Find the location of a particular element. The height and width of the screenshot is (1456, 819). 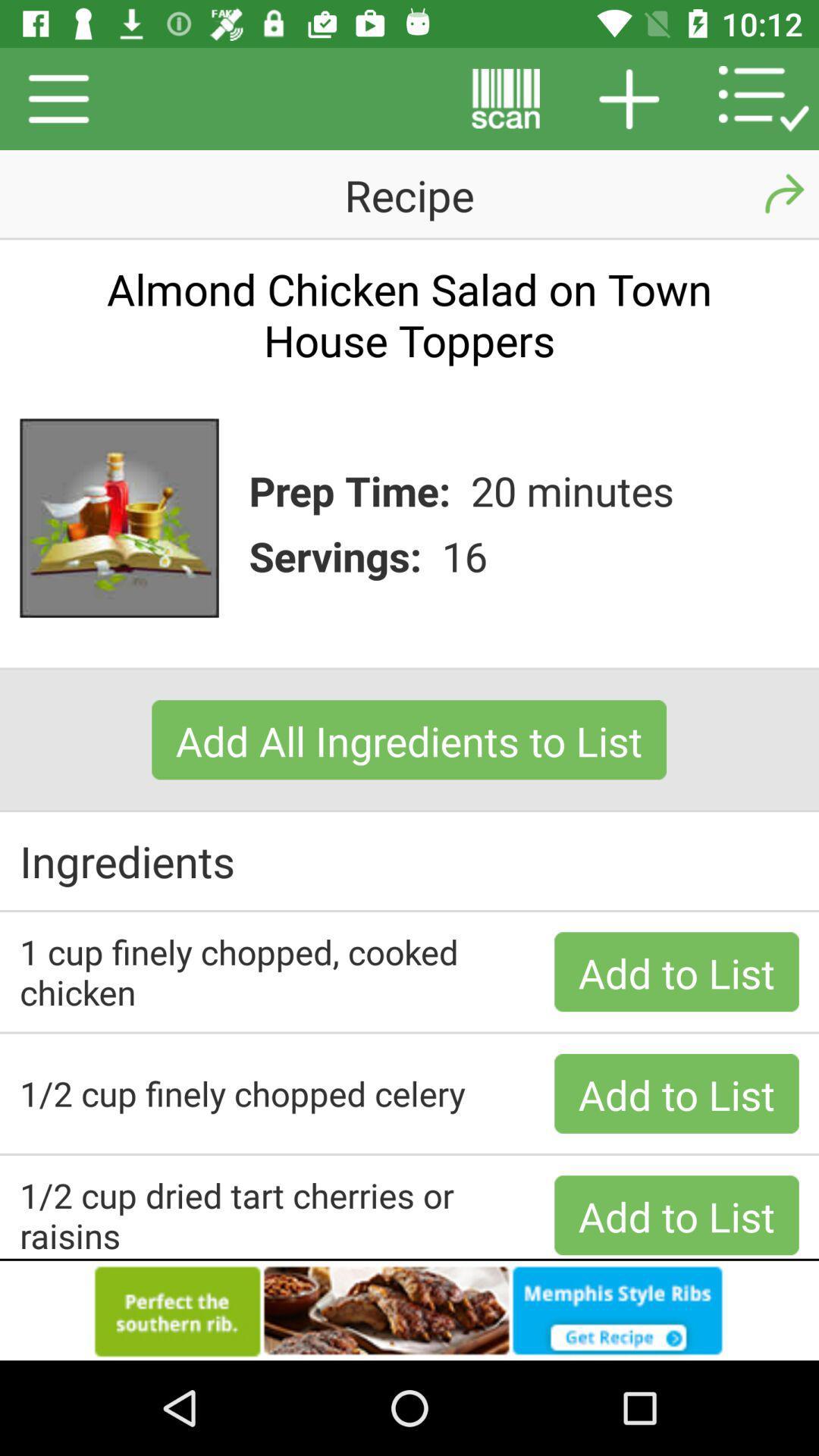

the button beside scan is located at coordinates (629, 98).